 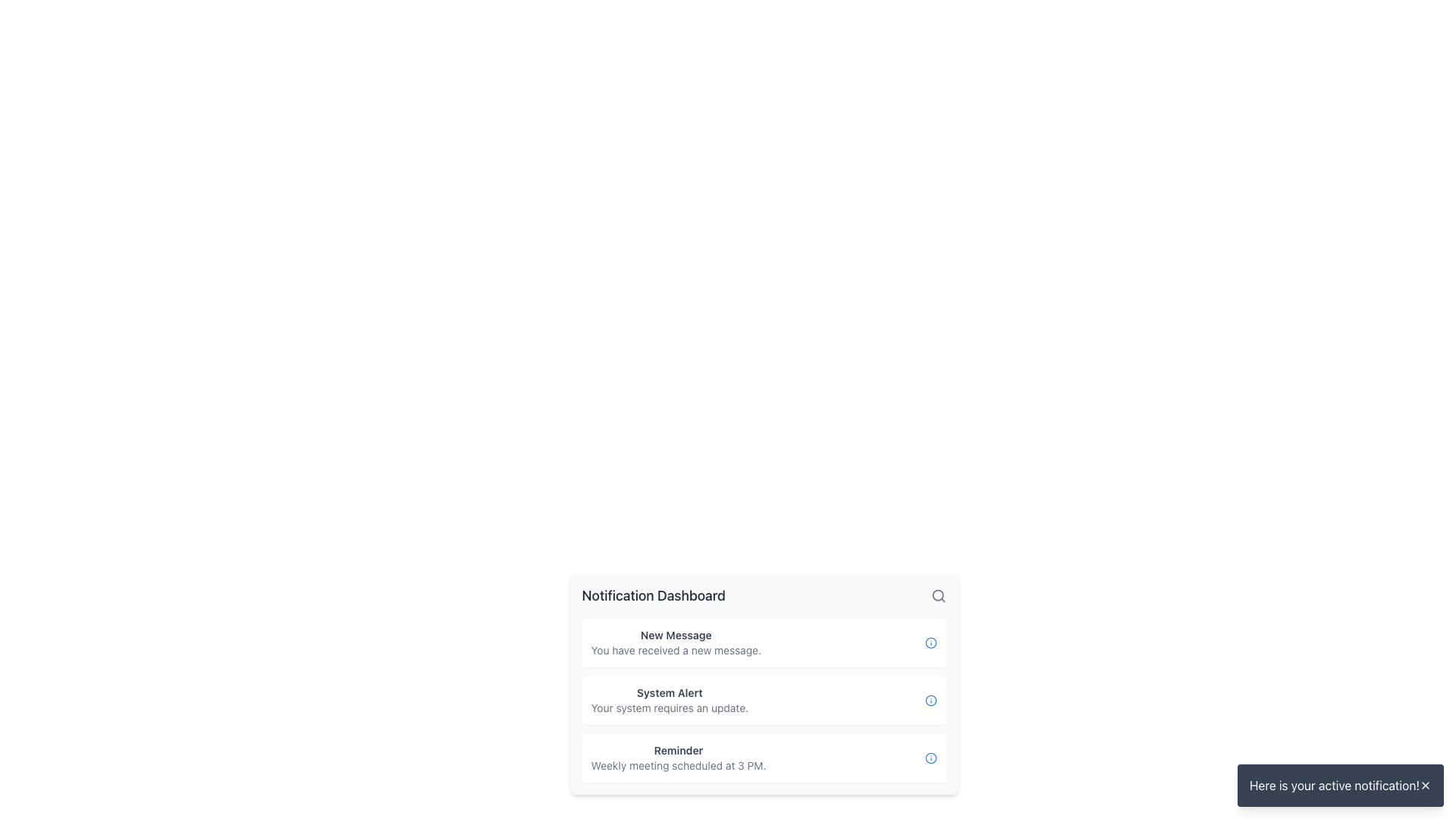 I want to click on the static text element that provides additional details about the notification titled 'New Message', which is positioned directly underneath the 'New Message' text and centered horizontally, so click(x=675, y=649).